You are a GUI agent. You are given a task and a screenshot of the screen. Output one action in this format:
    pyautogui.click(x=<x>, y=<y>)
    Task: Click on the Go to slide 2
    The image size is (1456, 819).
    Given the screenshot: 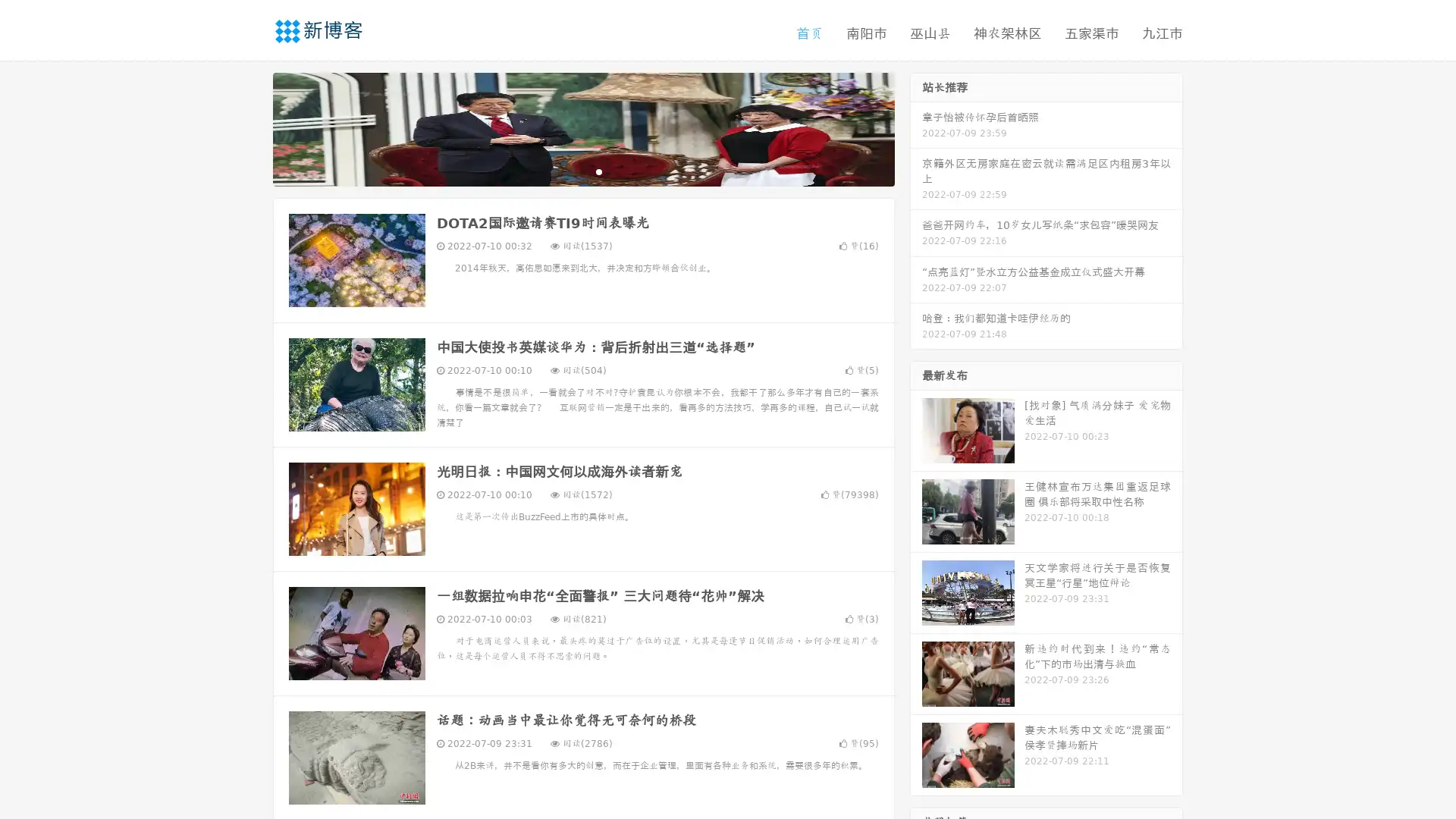 What is the action you would take?
    pyautogui.click(x=582, y=171)
    